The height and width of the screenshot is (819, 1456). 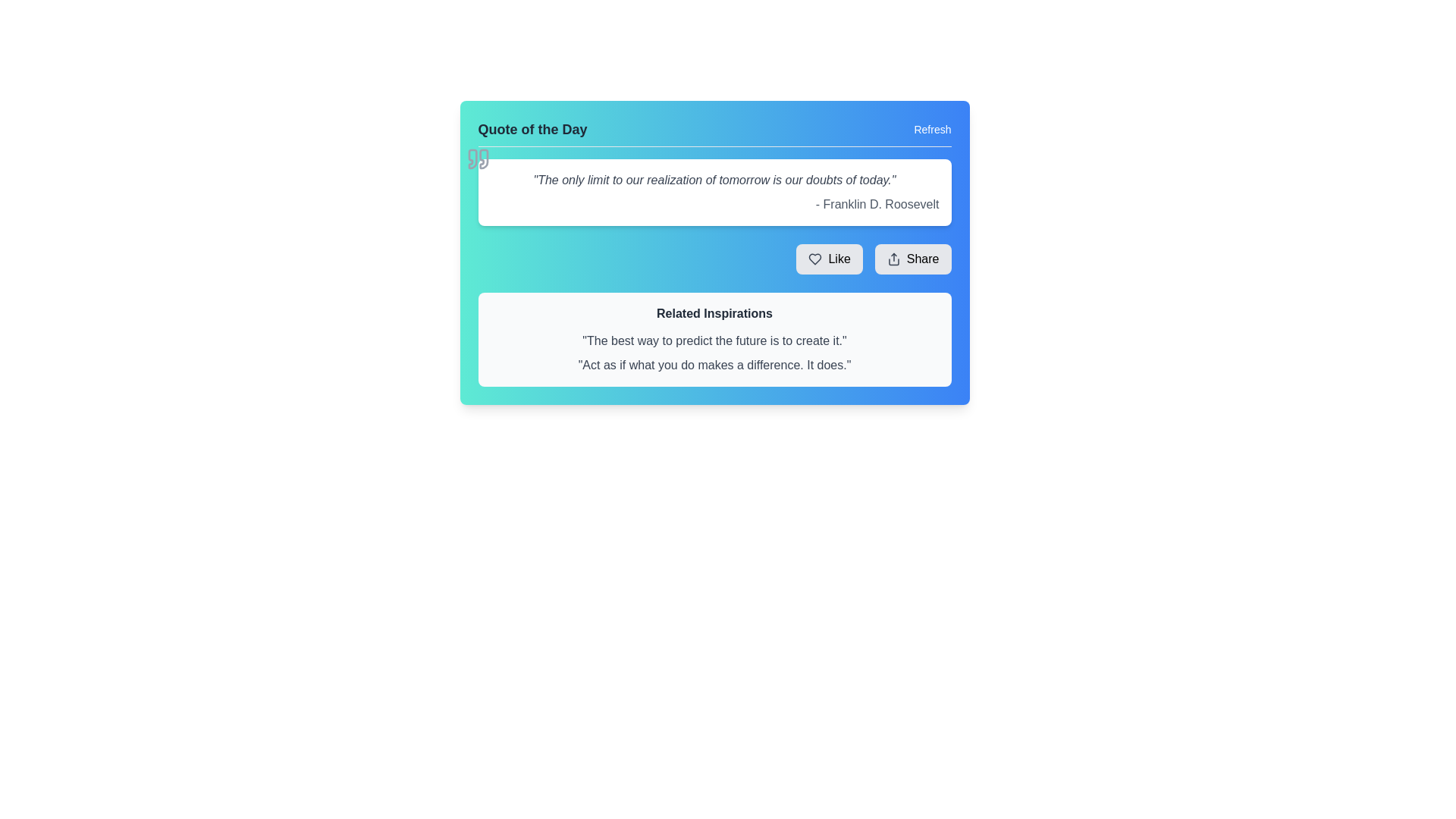 I want to click on the light gray quotation marks icon located at the top-left corner of the quote card by Franklin D. Roosevelt, so click(x=477, y=158).